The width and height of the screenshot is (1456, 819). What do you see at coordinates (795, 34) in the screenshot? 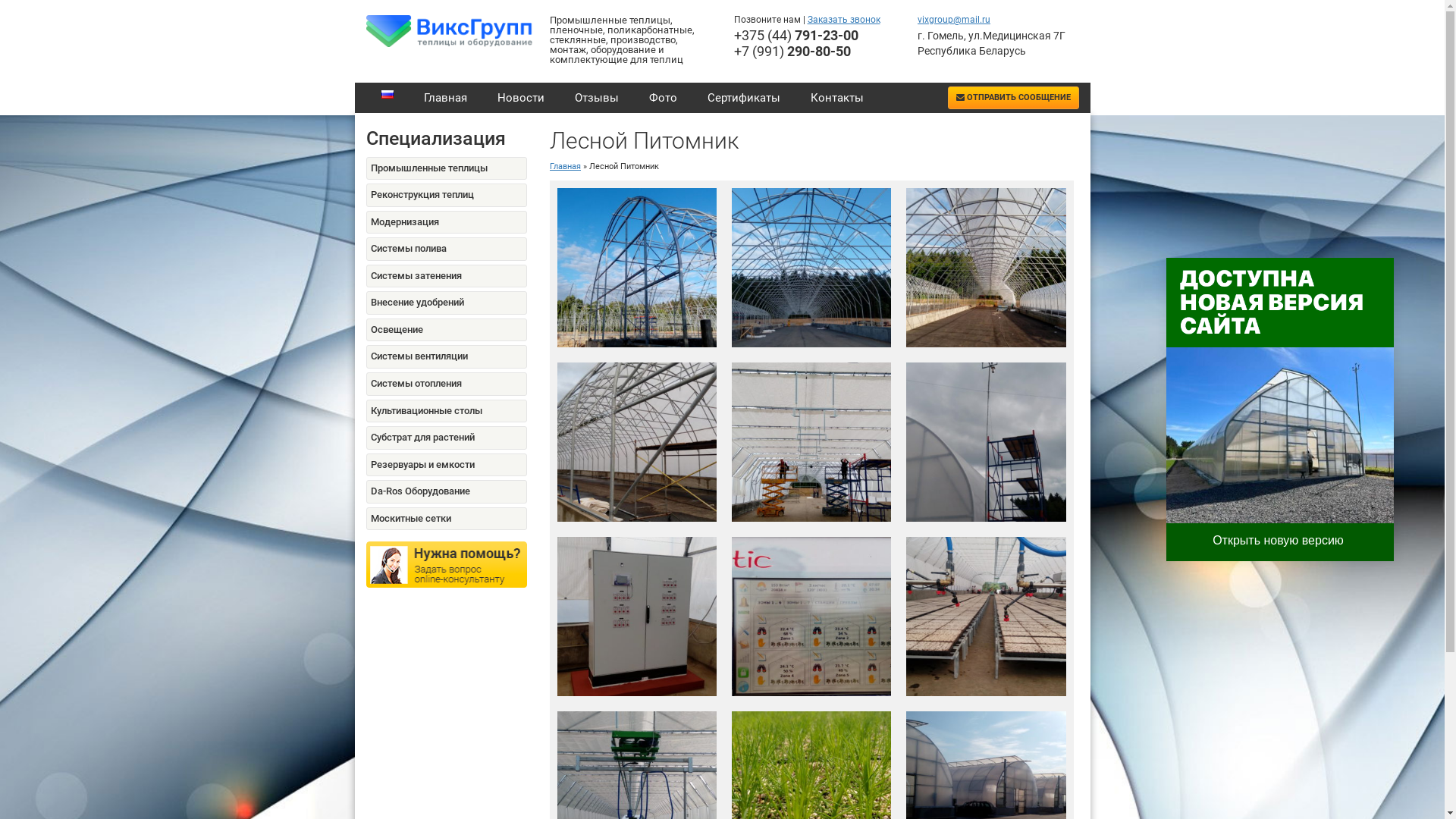
I see `'+375 (44) 791-23-00'` at bounding box center [795, 34].